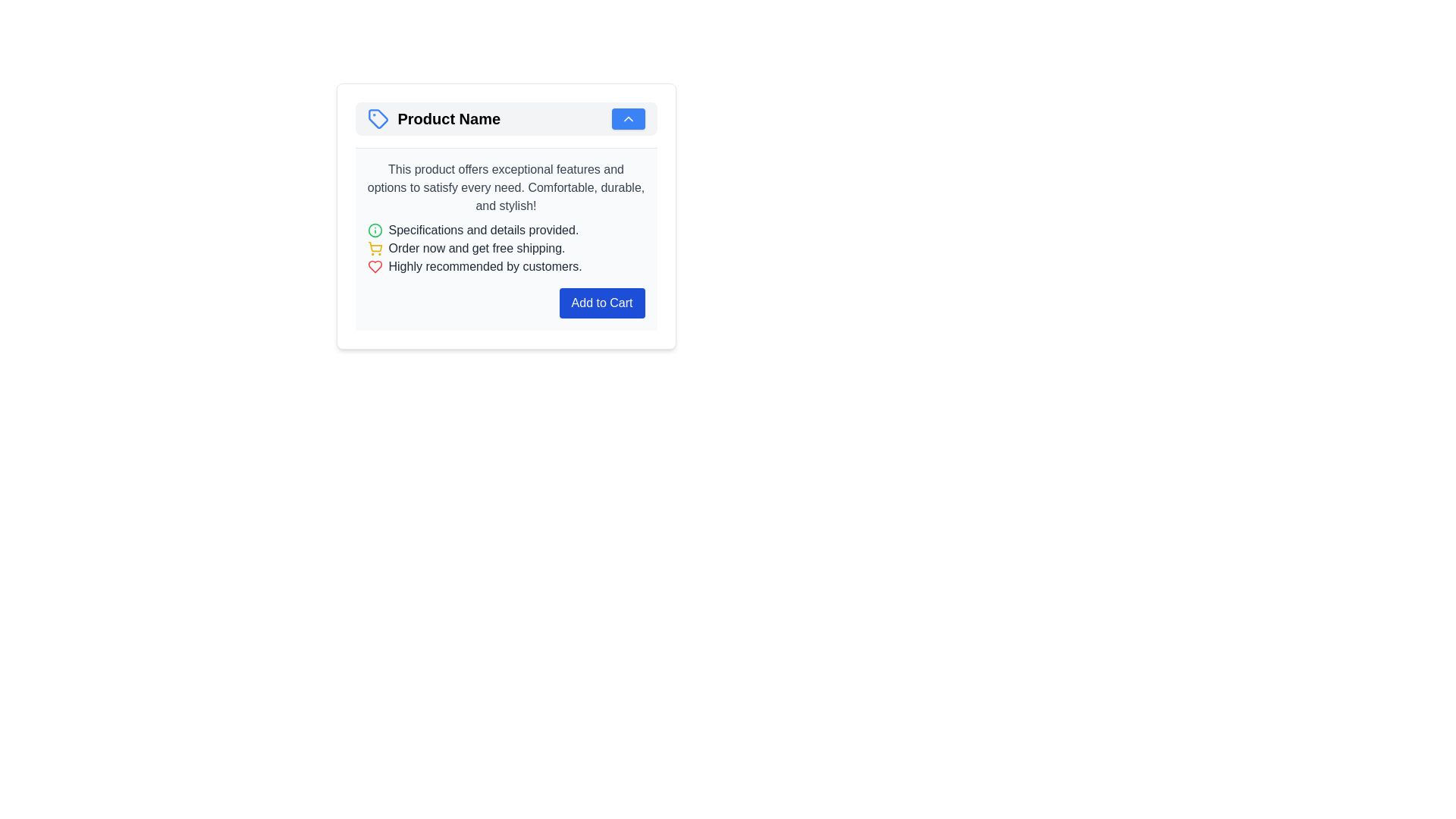 The height and width of the screenshot is (819, 1456). Describe the element at coordinates (375, 265) in the screenshot. I see `the heart icon that represents customer preference, located to the left of the text 'Highly recommended by customers.'` at that location.